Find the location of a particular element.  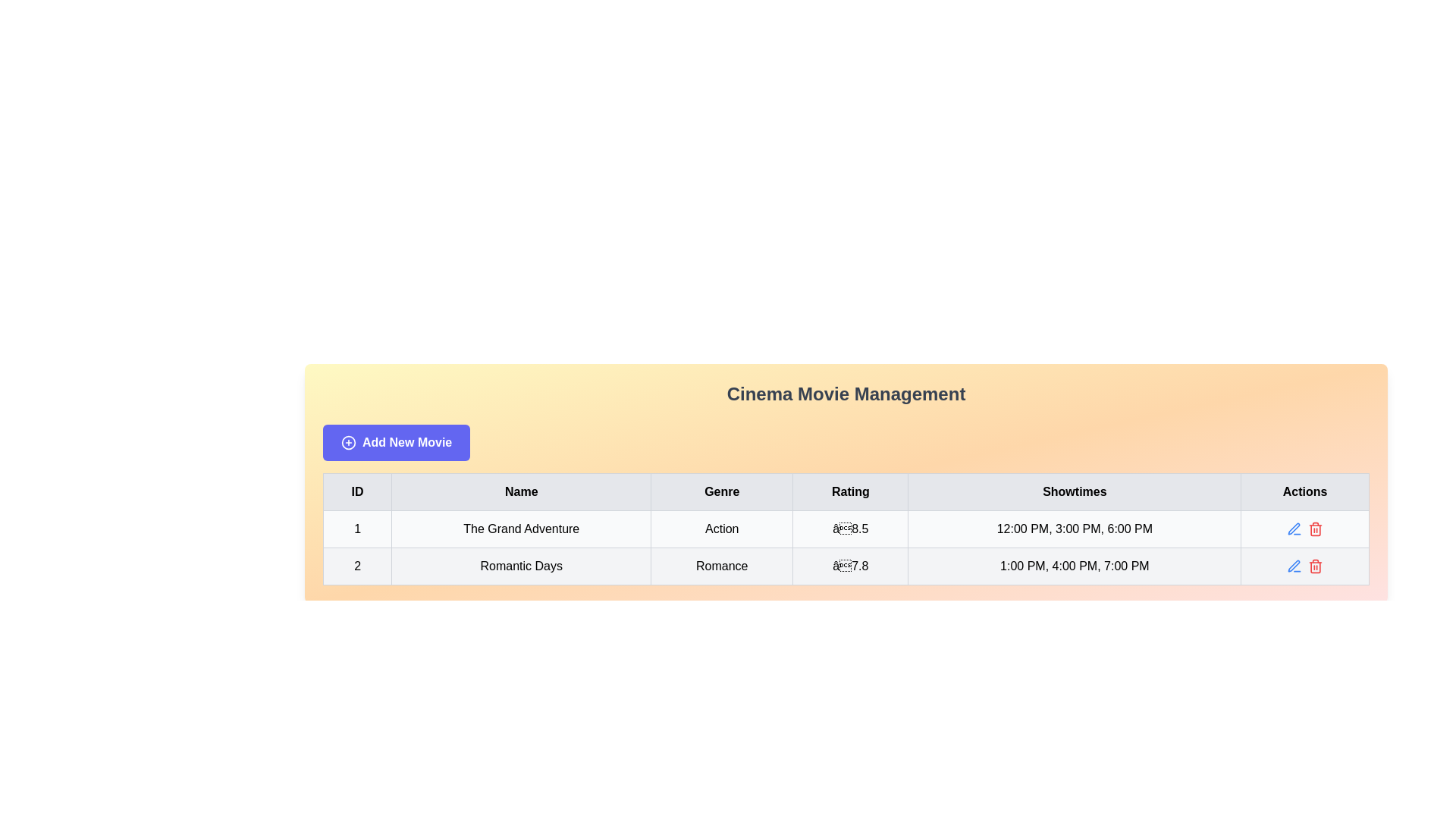

the Vector graphical icon in the second row of the 'Actions' column in the table, which represents an editing action is located at coordinates (1293, 566).